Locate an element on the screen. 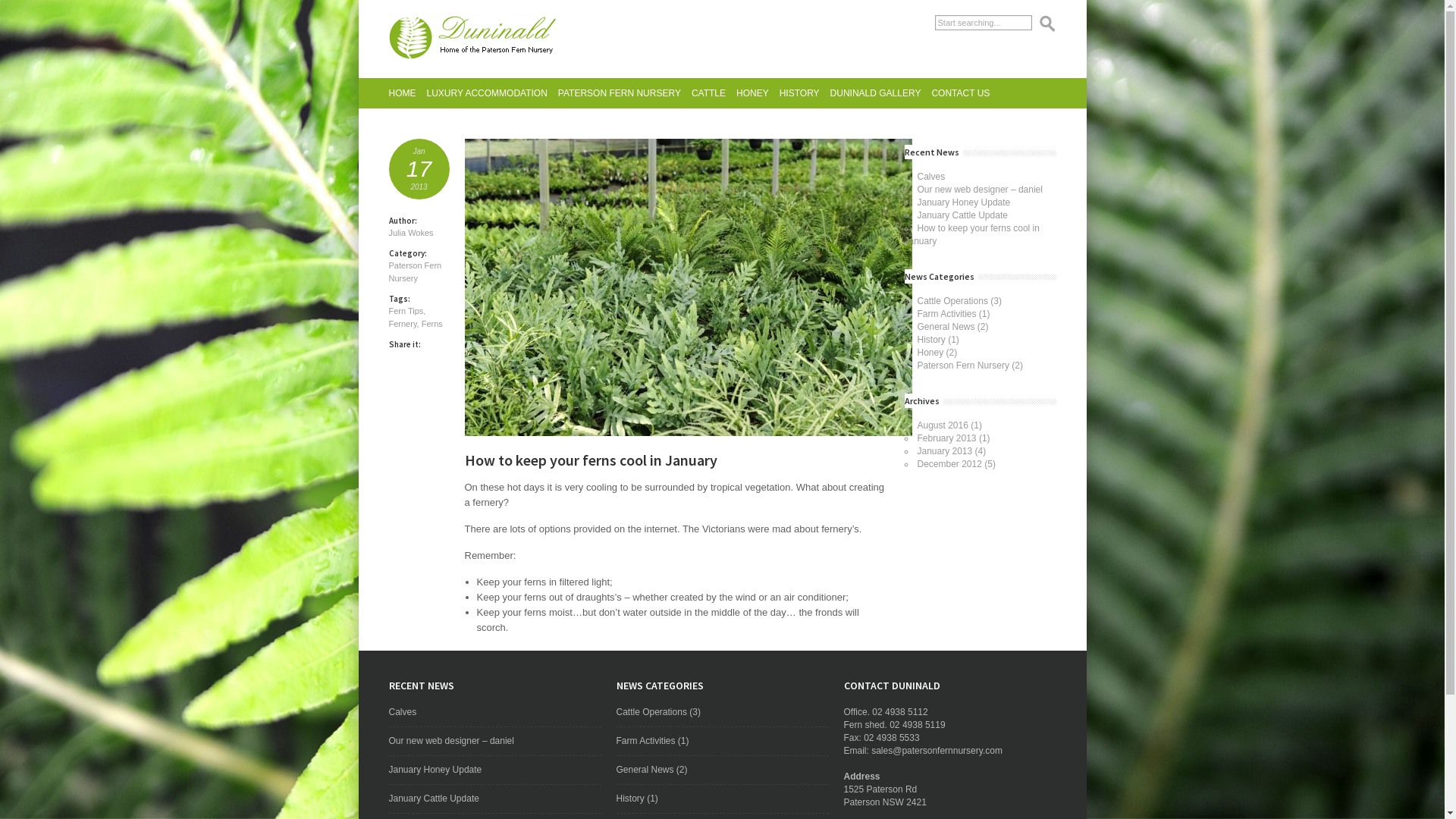  'December 2012' is located at coordinates (949, 463).